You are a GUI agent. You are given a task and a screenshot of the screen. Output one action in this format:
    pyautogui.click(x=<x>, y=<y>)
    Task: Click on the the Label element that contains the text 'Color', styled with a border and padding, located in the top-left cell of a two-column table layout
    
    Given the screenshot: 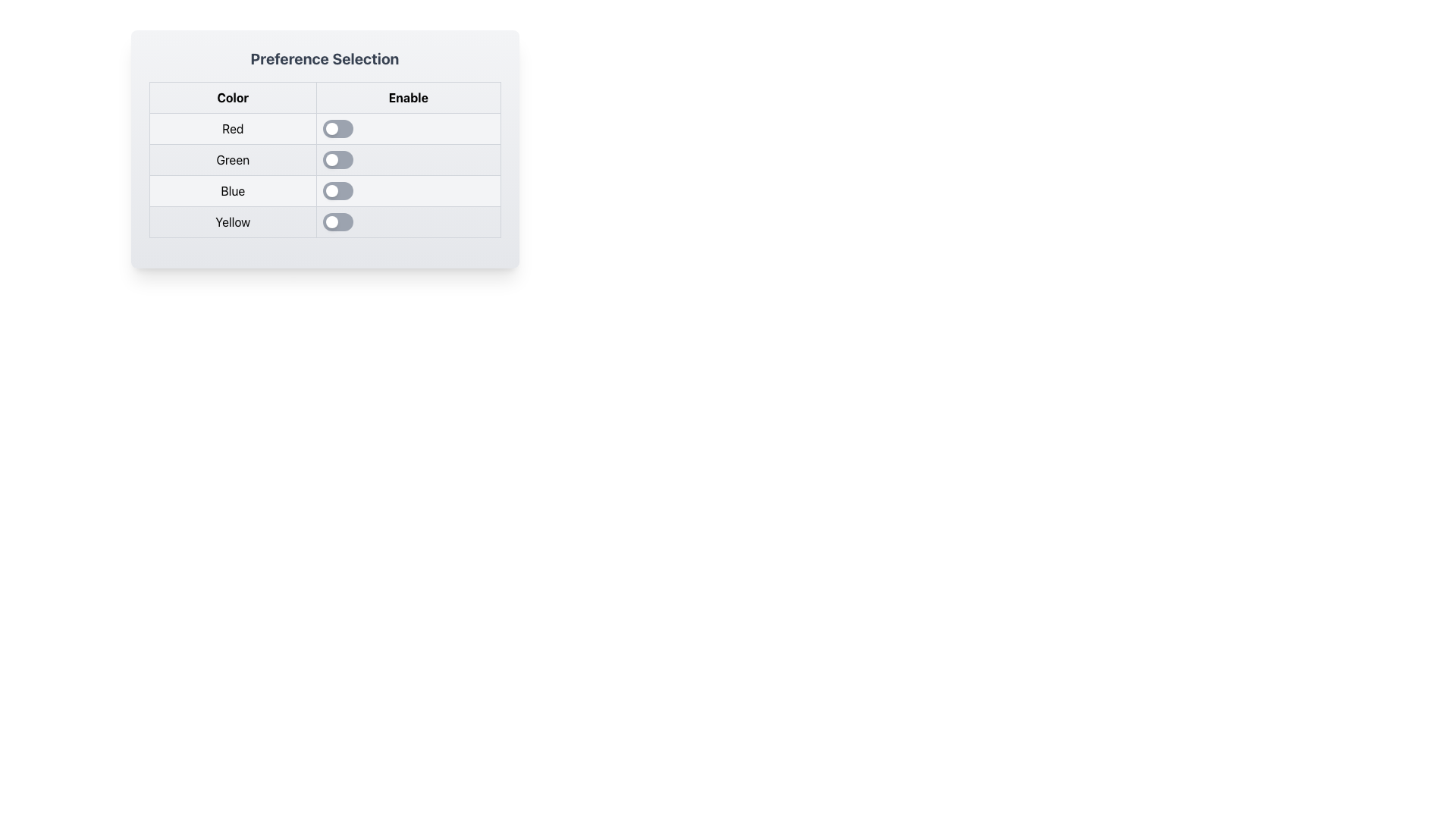 What is the action you would take?
    pyautogui.click(x=232, y=97)
    